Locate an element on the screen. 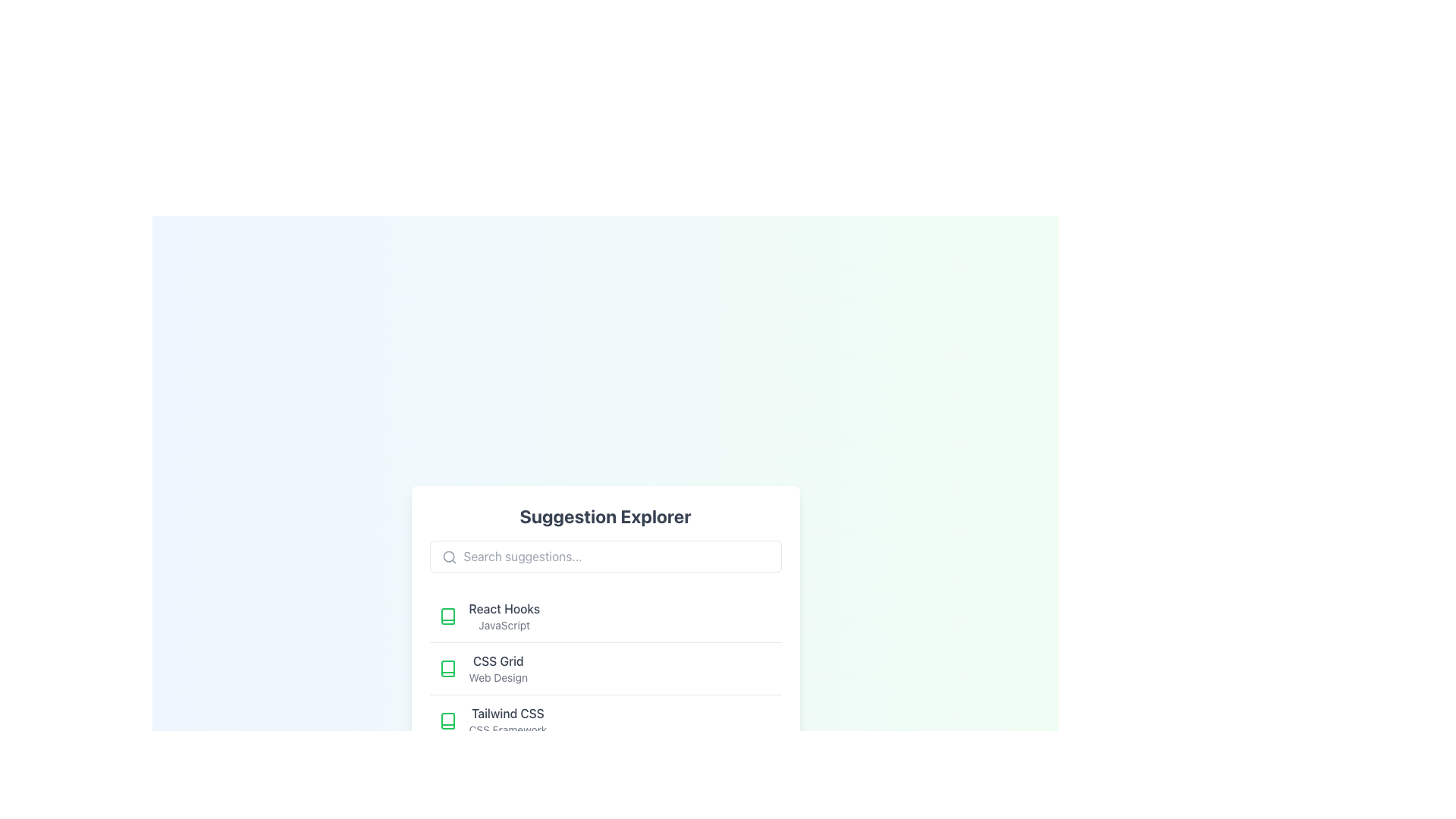  the descriptive subtitle label for 'Tailwind CSS' located in the lower portion of the suggestion card in the 'Suggestion Explorer' interface is located at coordinates (507, 730).